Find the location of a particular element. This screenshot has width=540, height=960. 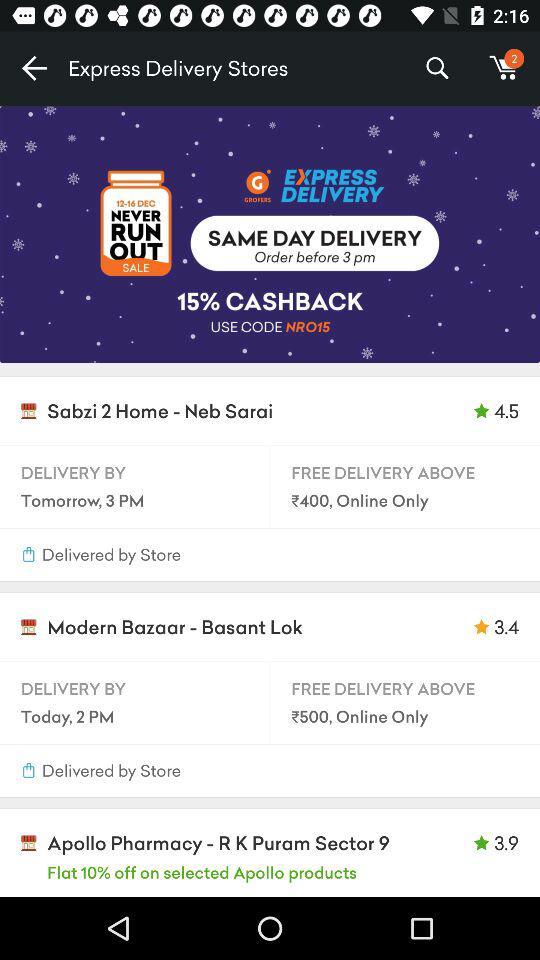

item next to express delivery stores item is located at coordinates (33, 68).